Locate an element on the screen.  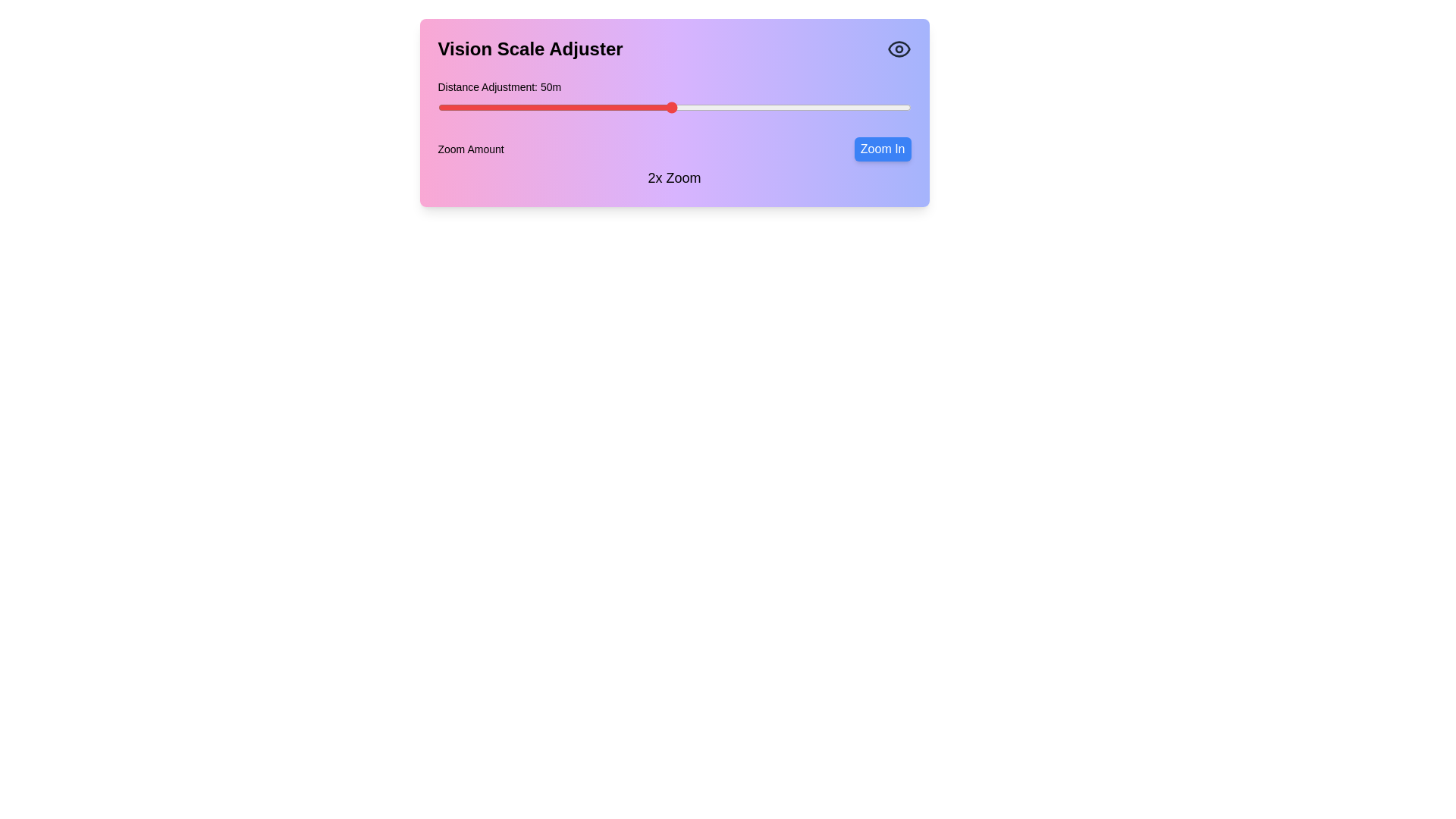
the distance adjustment is located at coordinates (719, 107).